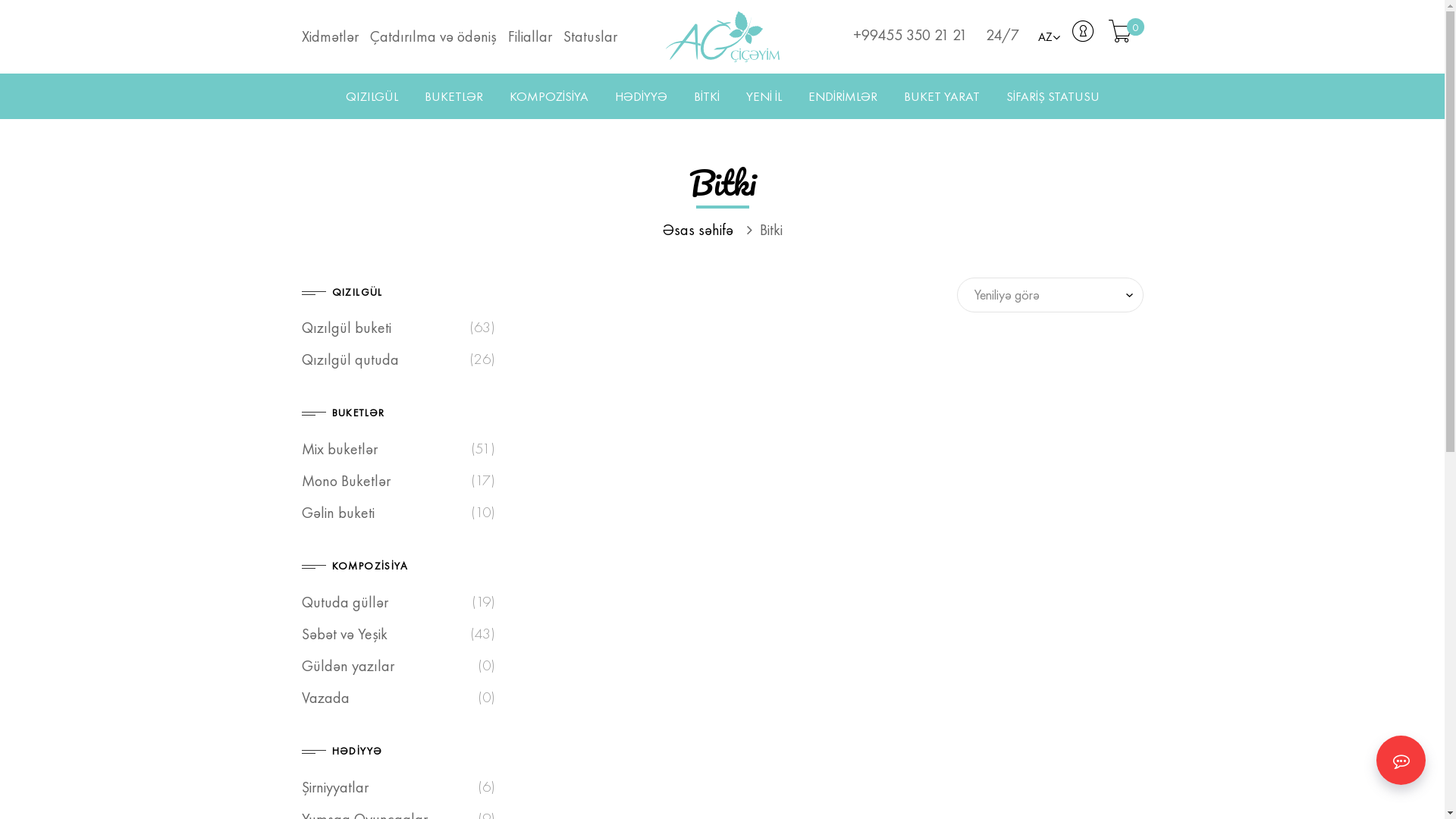 This screenshot has width=1456, height=819. What do you see at coordinates (1047, 36) in the screenshot?
I see `'AZ'` at bounding box center [1047, 36].